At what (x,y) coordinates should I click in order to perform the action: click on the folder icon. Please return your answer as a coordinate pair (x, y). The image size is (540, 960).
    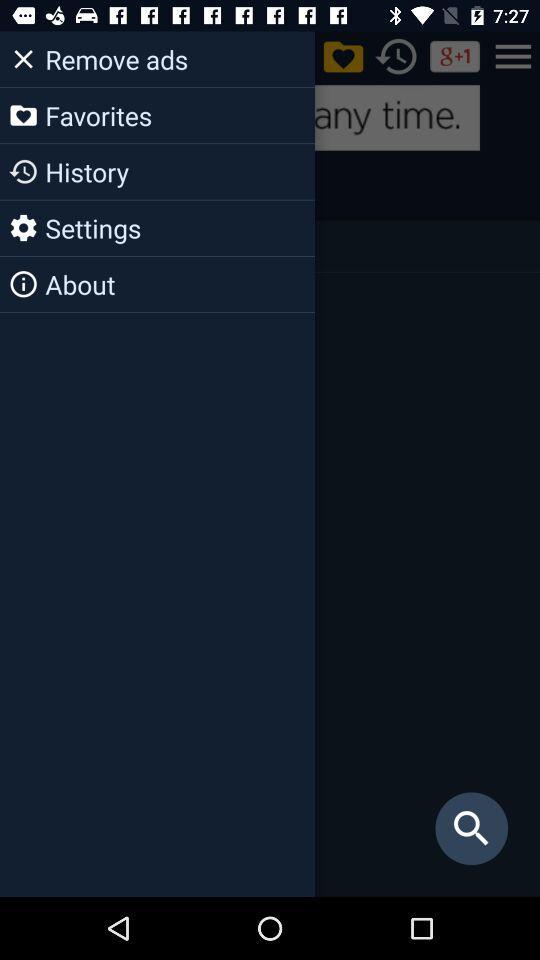
    Looking at the image, I should click on (342, 55).